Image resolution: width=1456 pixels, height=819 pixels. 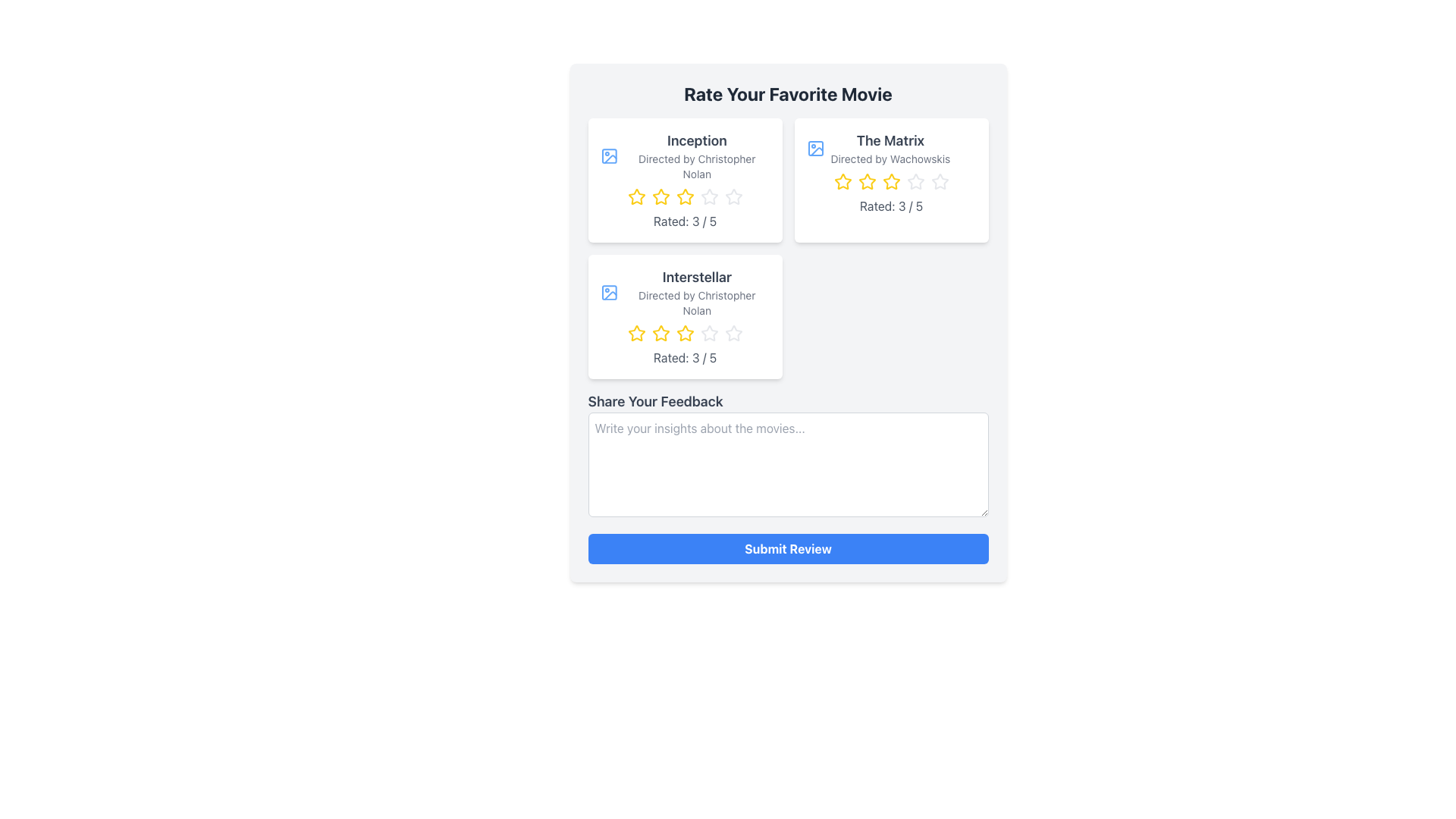 I want to click on the small square icon with rounded corners located at the top left corner of the 'Inception' card, adjacent to the card title, so click(x=609, y=155).